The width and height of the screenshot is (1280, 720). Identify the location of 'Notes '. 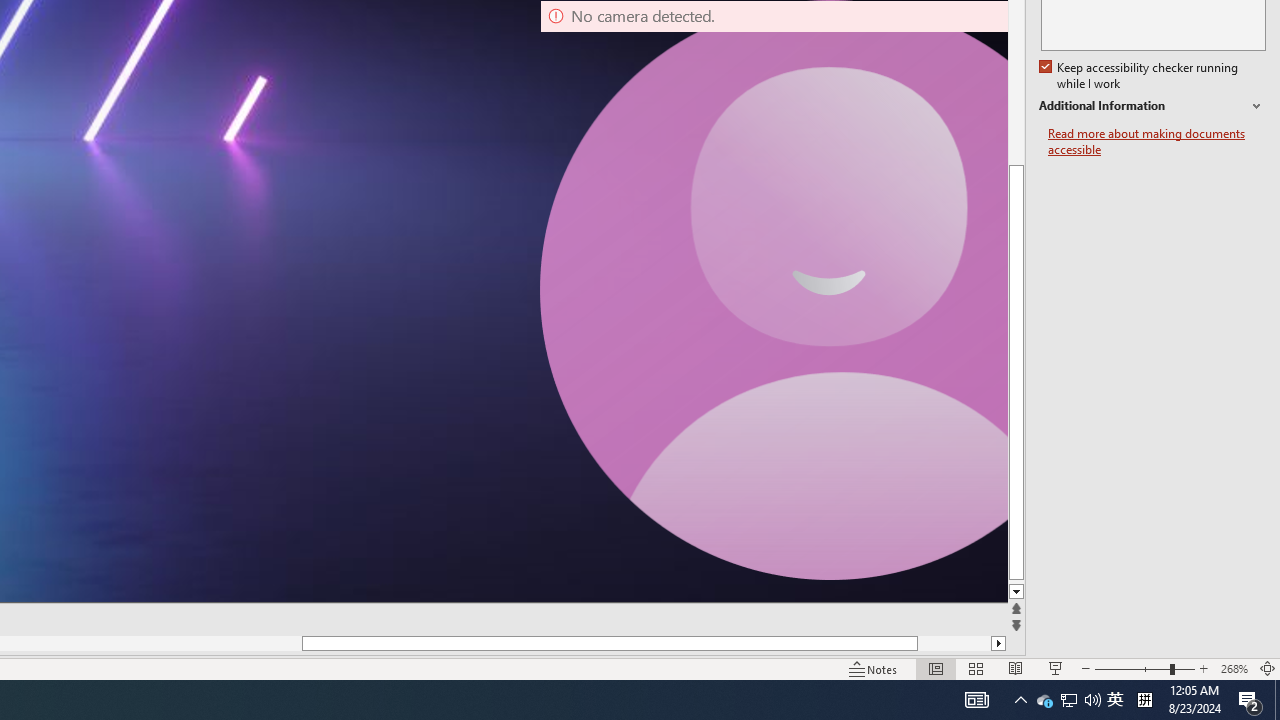
(874, 669).